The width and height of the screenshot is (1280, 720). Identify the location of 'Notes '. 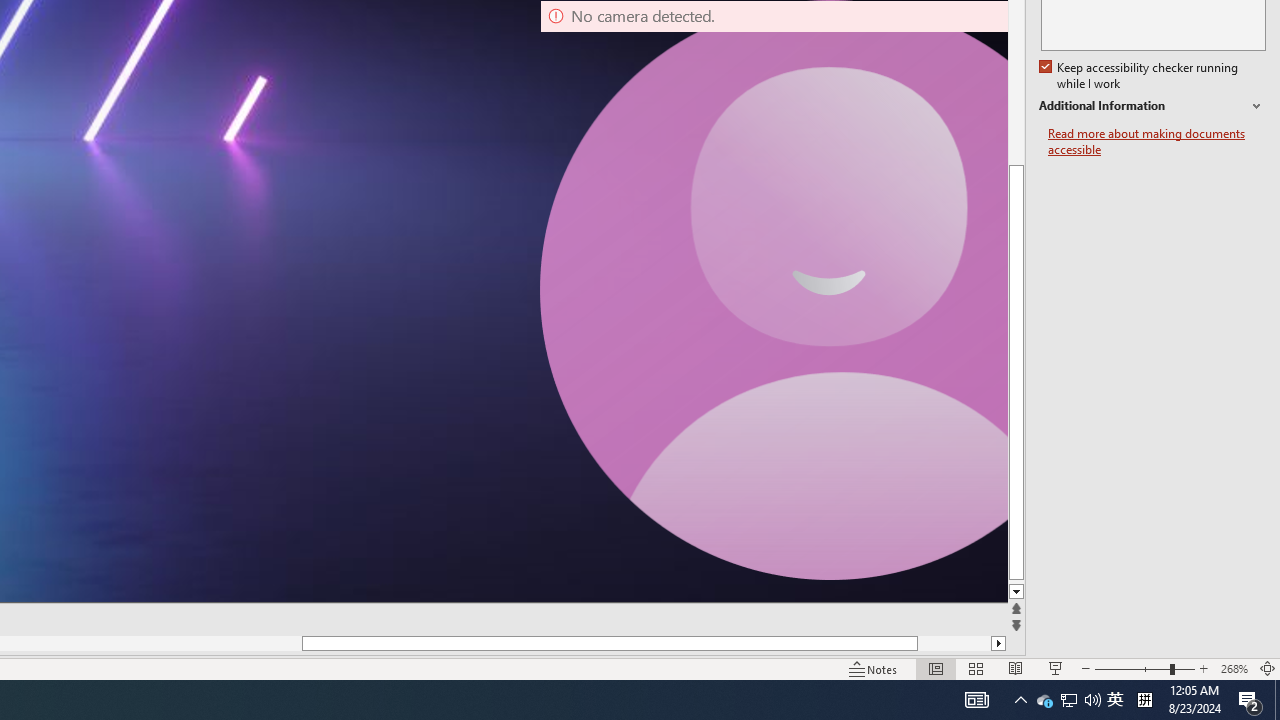
(874, 669).